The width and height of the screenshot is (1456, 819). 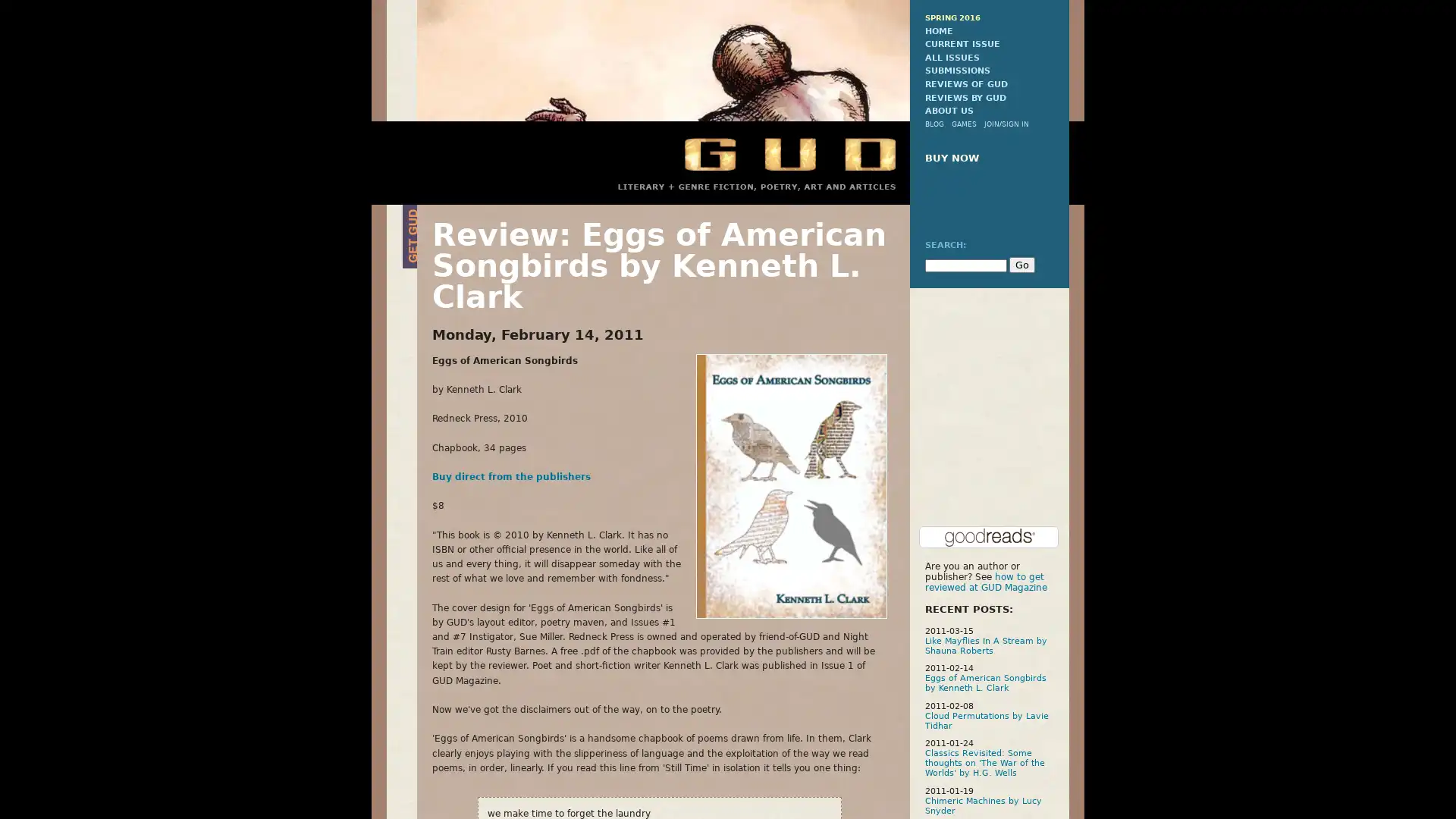 What do you see at coordinates (1022, 264) in the screenshot?
I see `Go` at bounding box center [1022, 264].